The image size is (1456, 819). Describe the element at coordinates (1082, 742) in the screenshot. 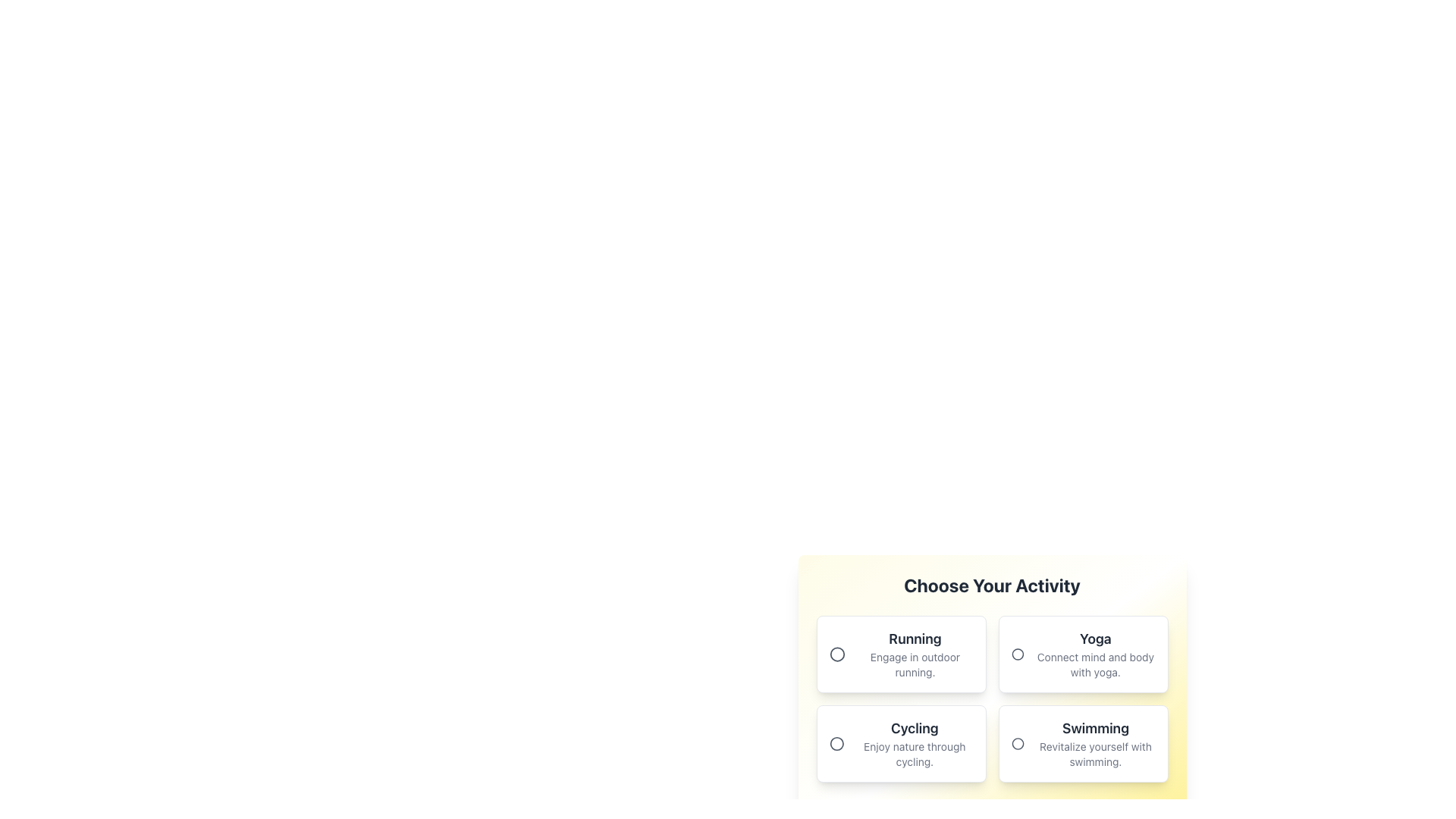

I see `the 'Swimming' option card located in the bottom-right quadrant of the 'Choose Your Activity' grid` at that location.